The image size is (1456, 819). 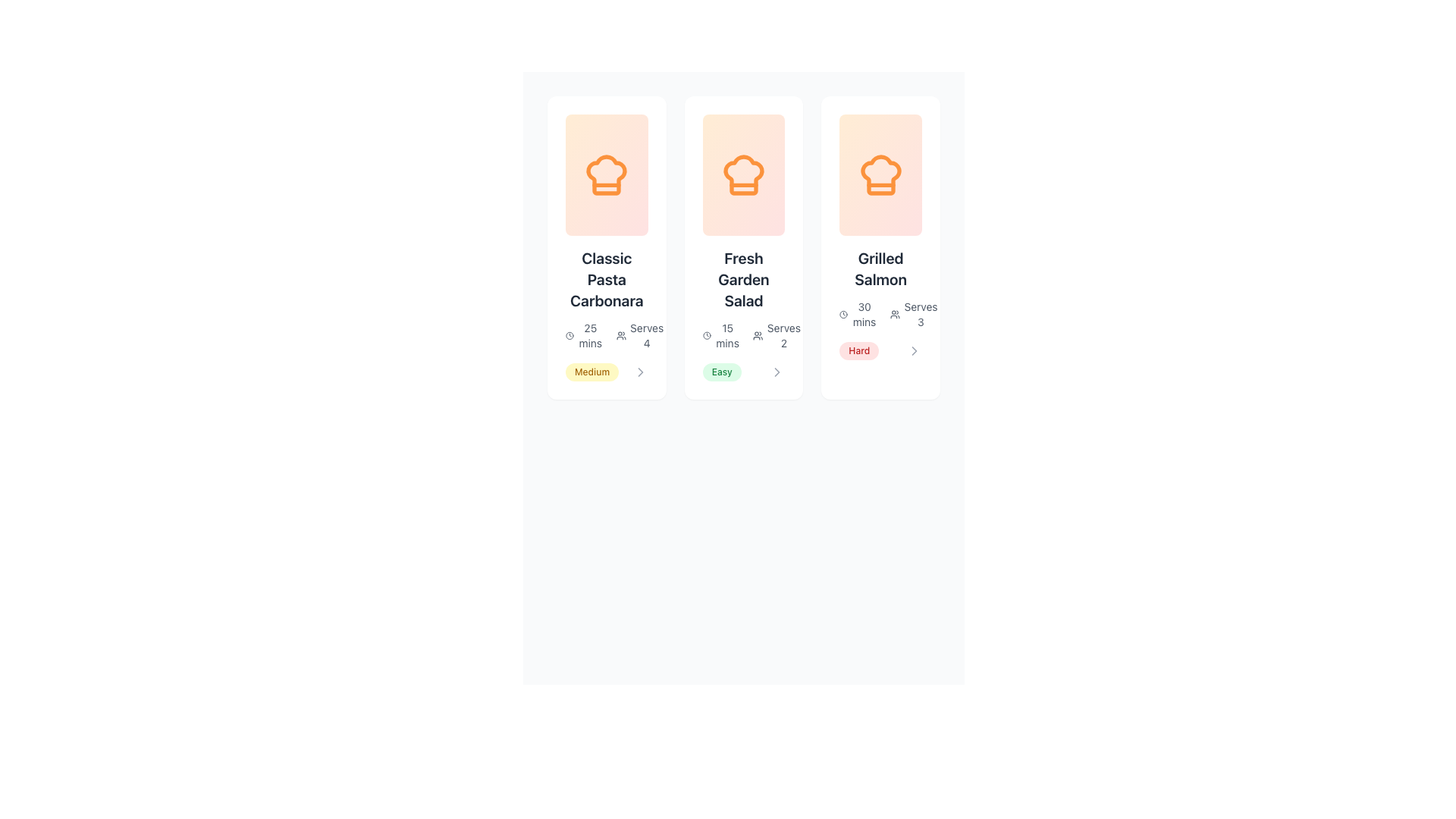 I want to click on the static text label that serves as the title of the recipe card, located in the central part of the leftmost card below the orange chef hat icon, so click(x=607, y=280).